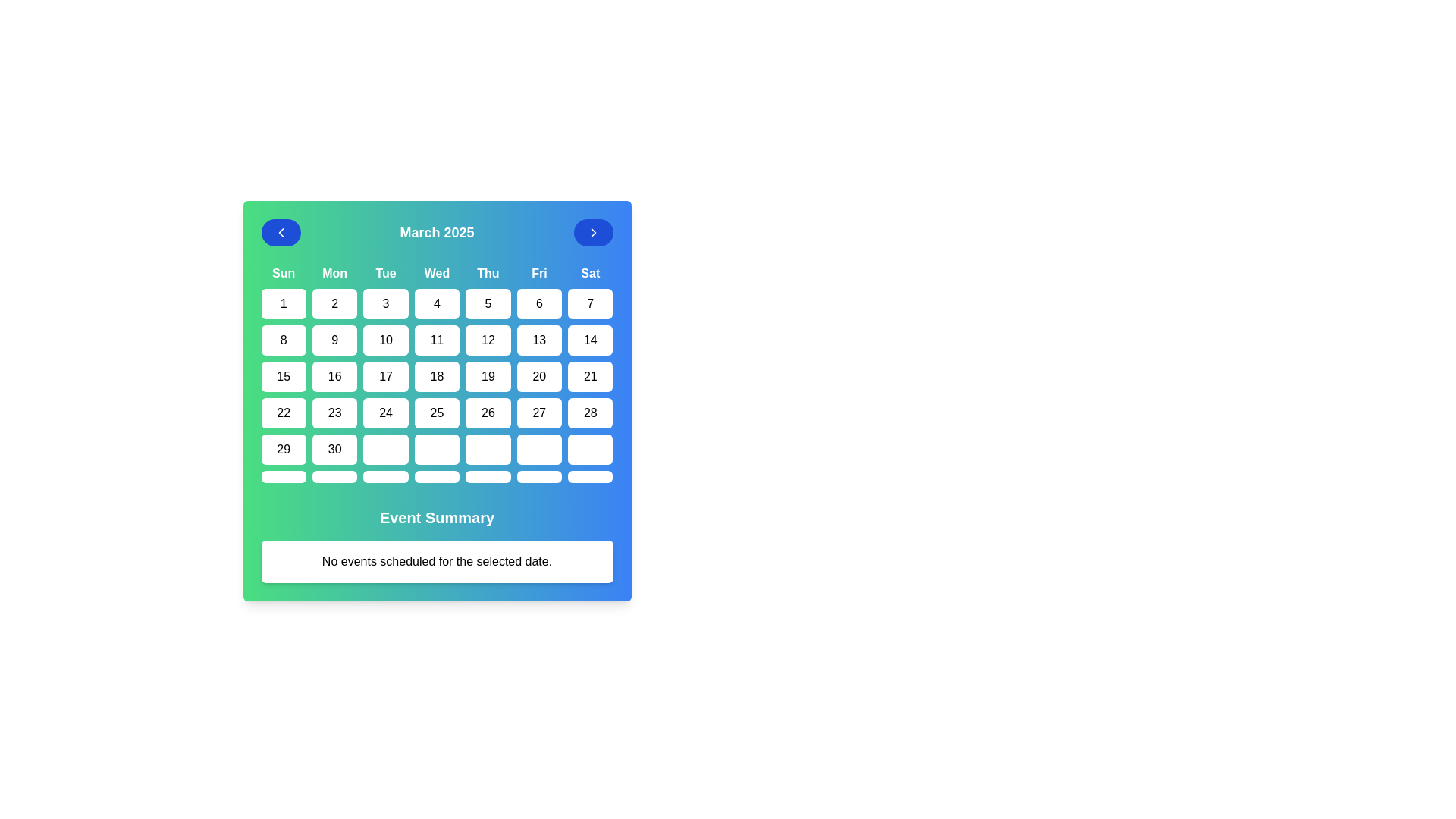 The image size is (1456, 819). Describe the element at coordinates (334, 304) in the screenshot. I see `the small rectangular button displaying the number '2' with a white background and black text, located in the calendar grid layout` at that location.